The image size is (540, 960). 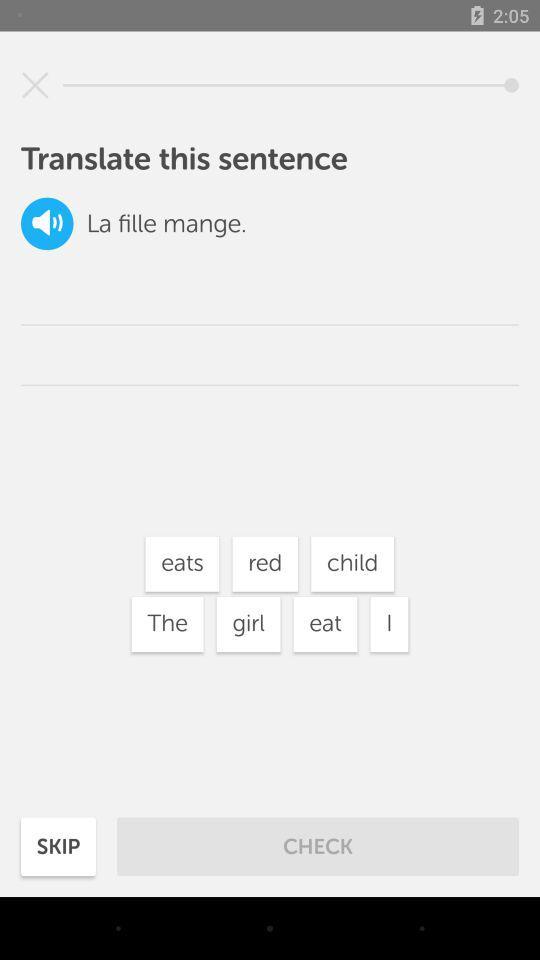 What do you see at coordinates (248, 623) in the screenshot?
I see `the item below the eats` at bounding box center [248, 623].